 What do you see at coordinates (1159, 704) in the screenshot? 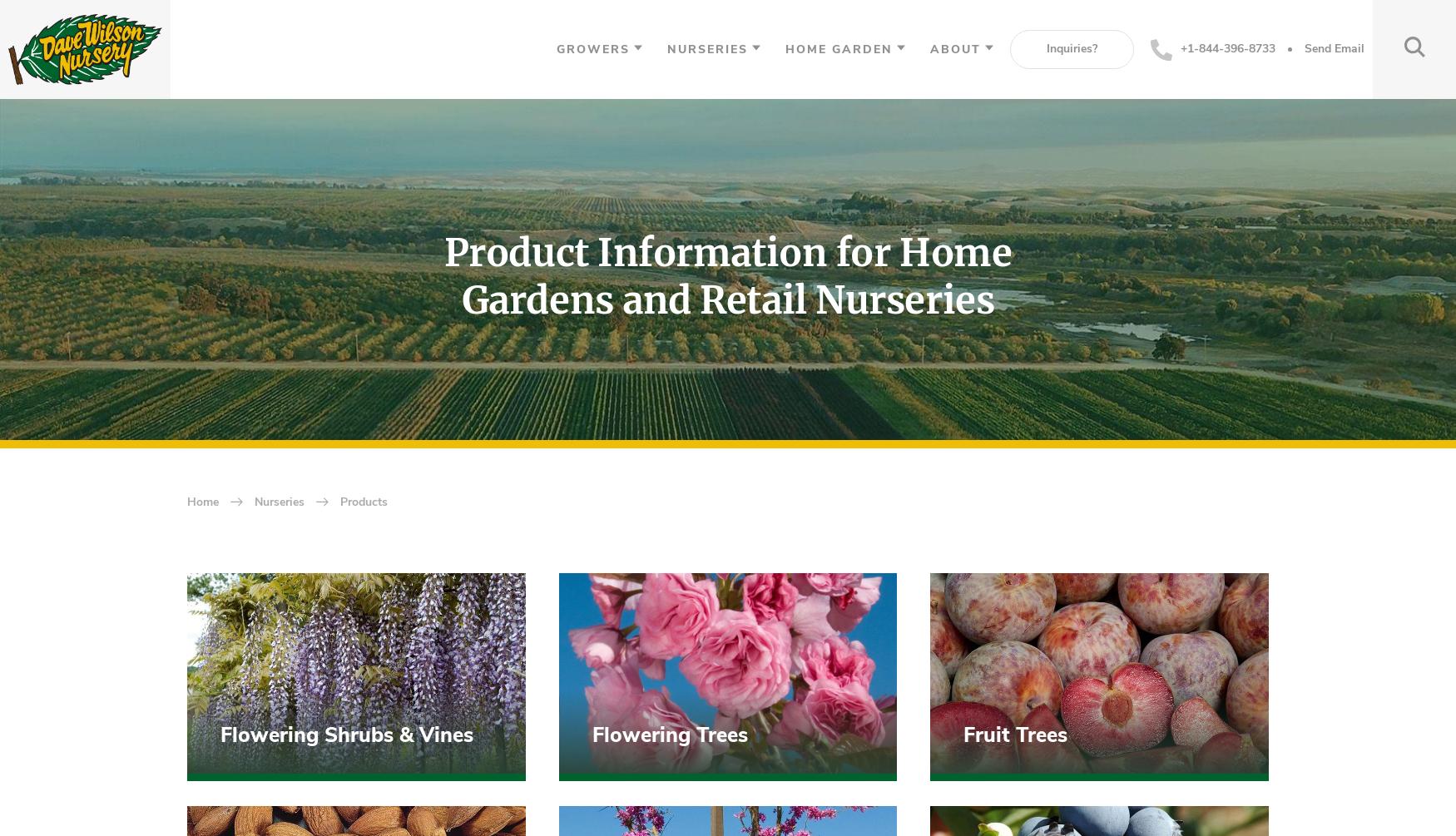
I see `'Send Message'` at bounding box center [1159, 704].